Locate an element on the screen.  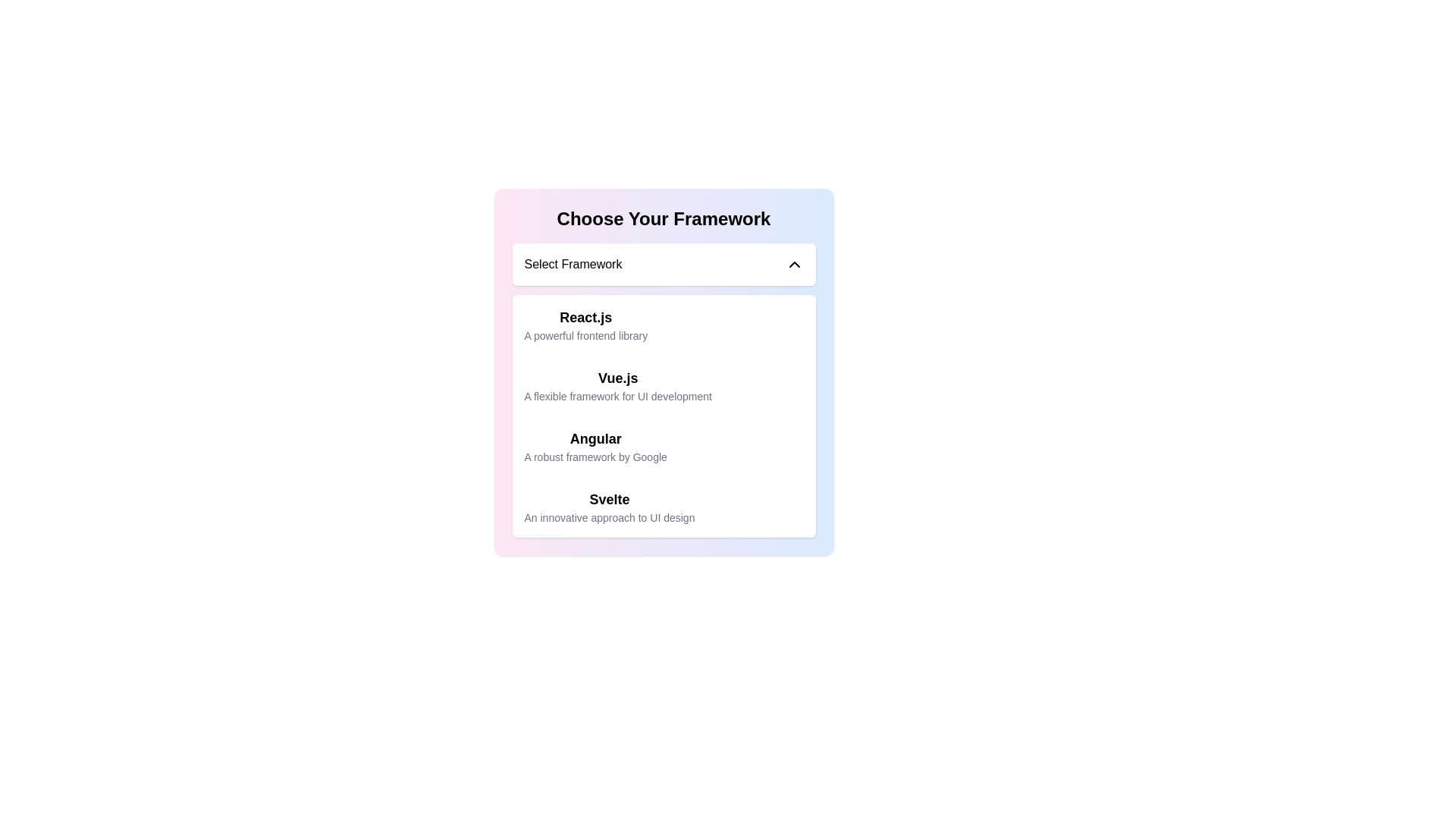
the second item in the vertical list that provides information about the Vue.js framework is located at coordinates (664, 385).